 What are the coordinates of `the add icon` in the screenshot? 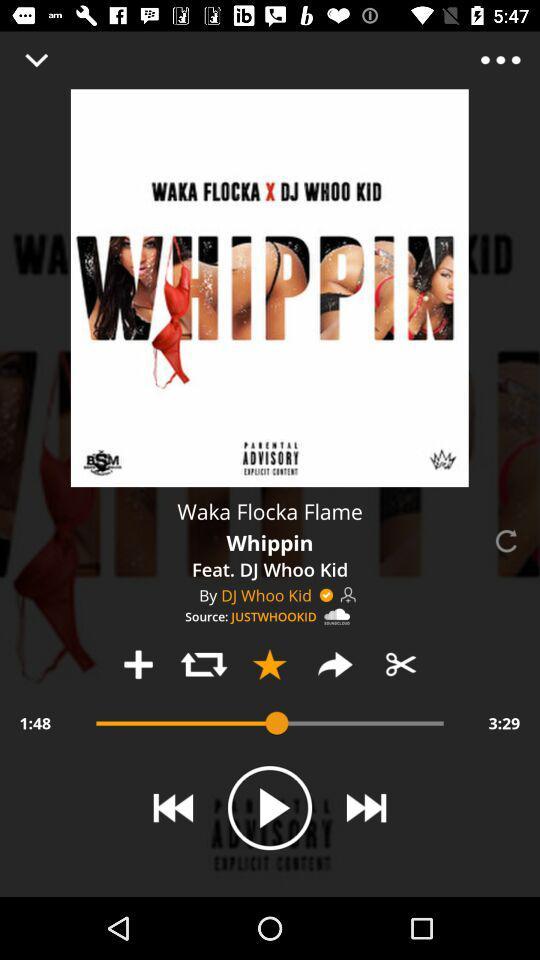 It's located at (137, 664).